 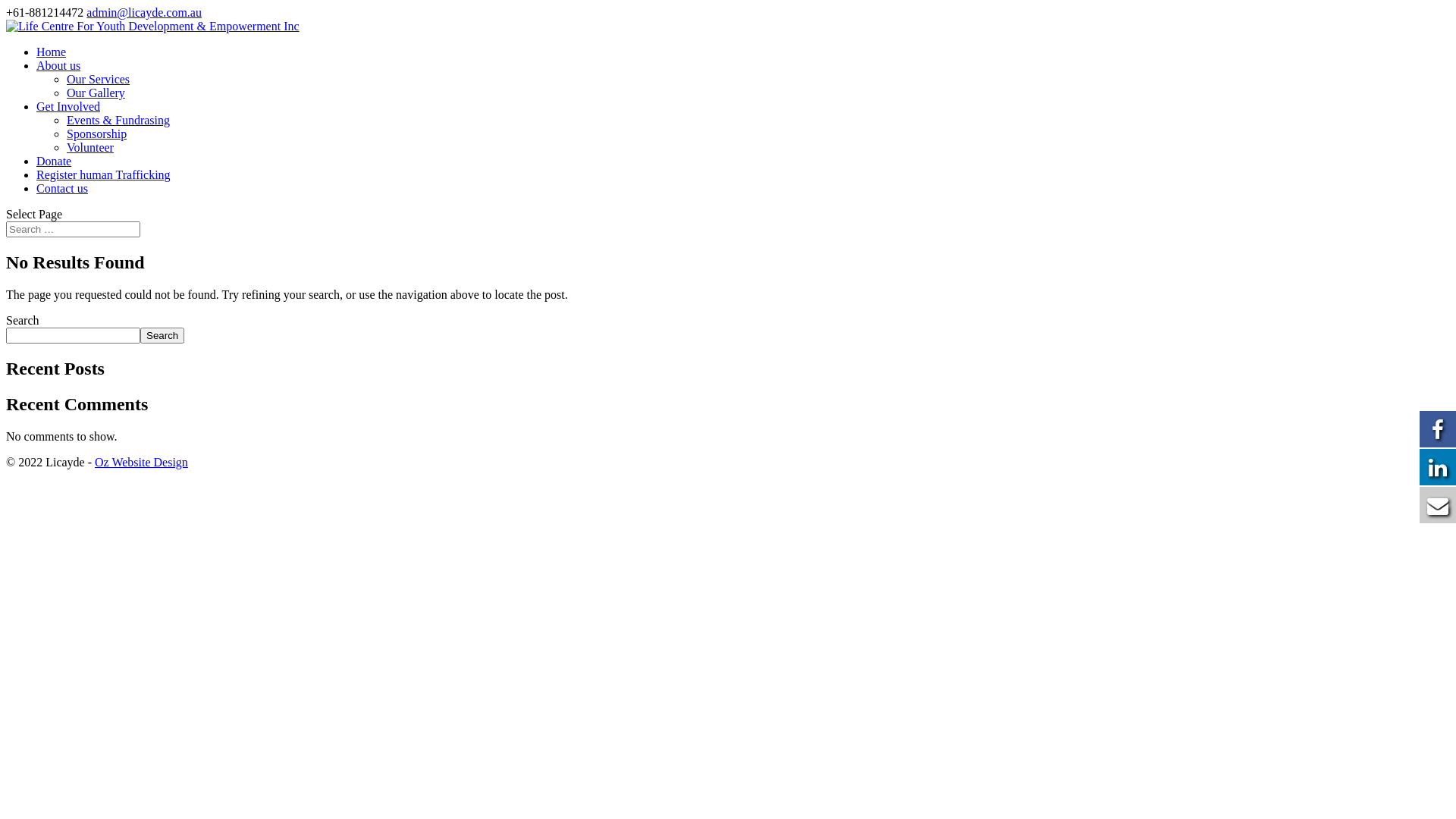 What do you see at coordinates (67, 105) in the screenshot?
I see `'Get Involved'` at bounding box center [67, 105].